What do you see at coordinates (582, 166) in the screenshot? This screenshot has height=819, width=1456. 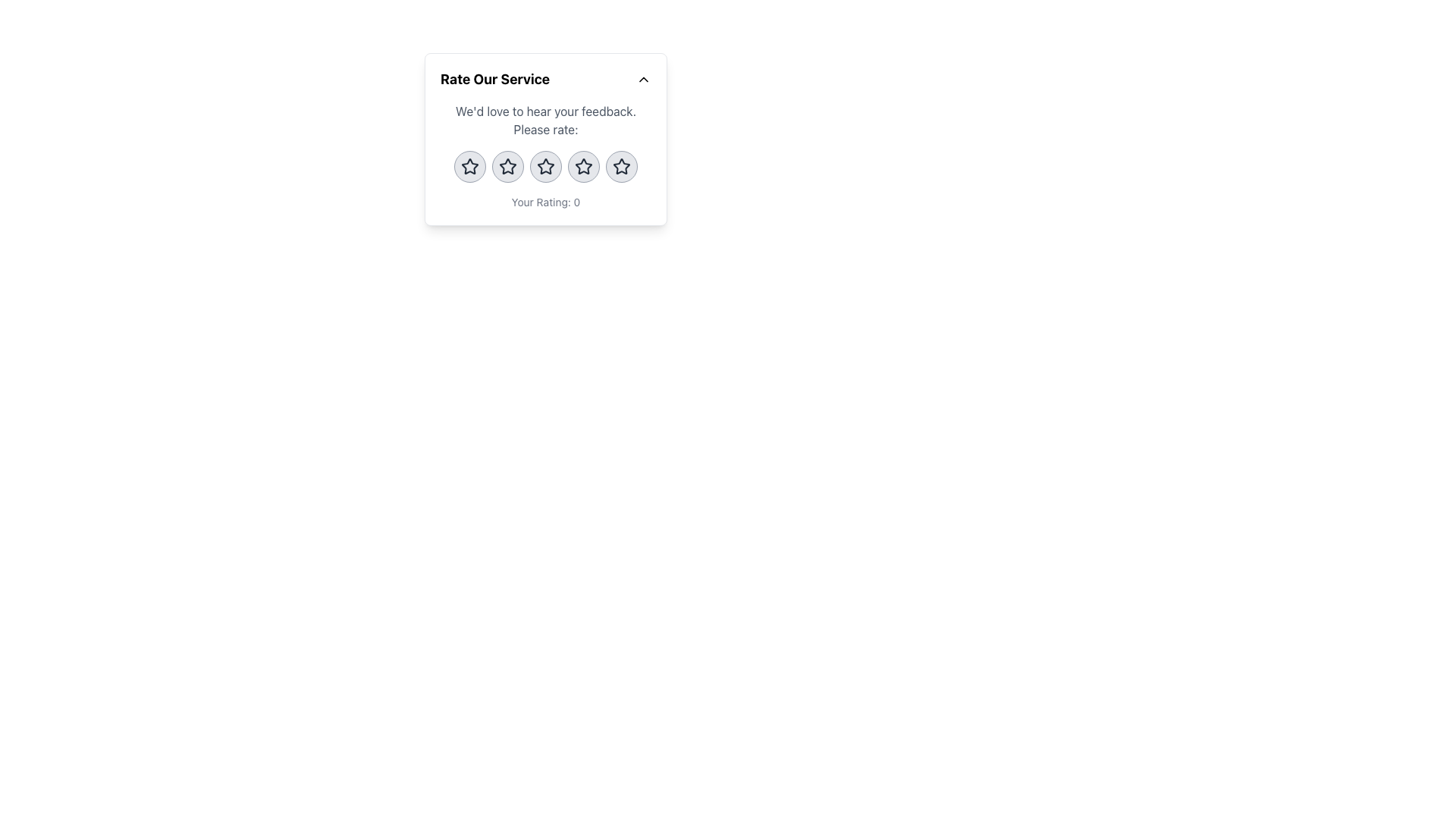 I see `the fourth star icon in the rating system below the text 'Please rate:'` at bounding box center [582, 166].